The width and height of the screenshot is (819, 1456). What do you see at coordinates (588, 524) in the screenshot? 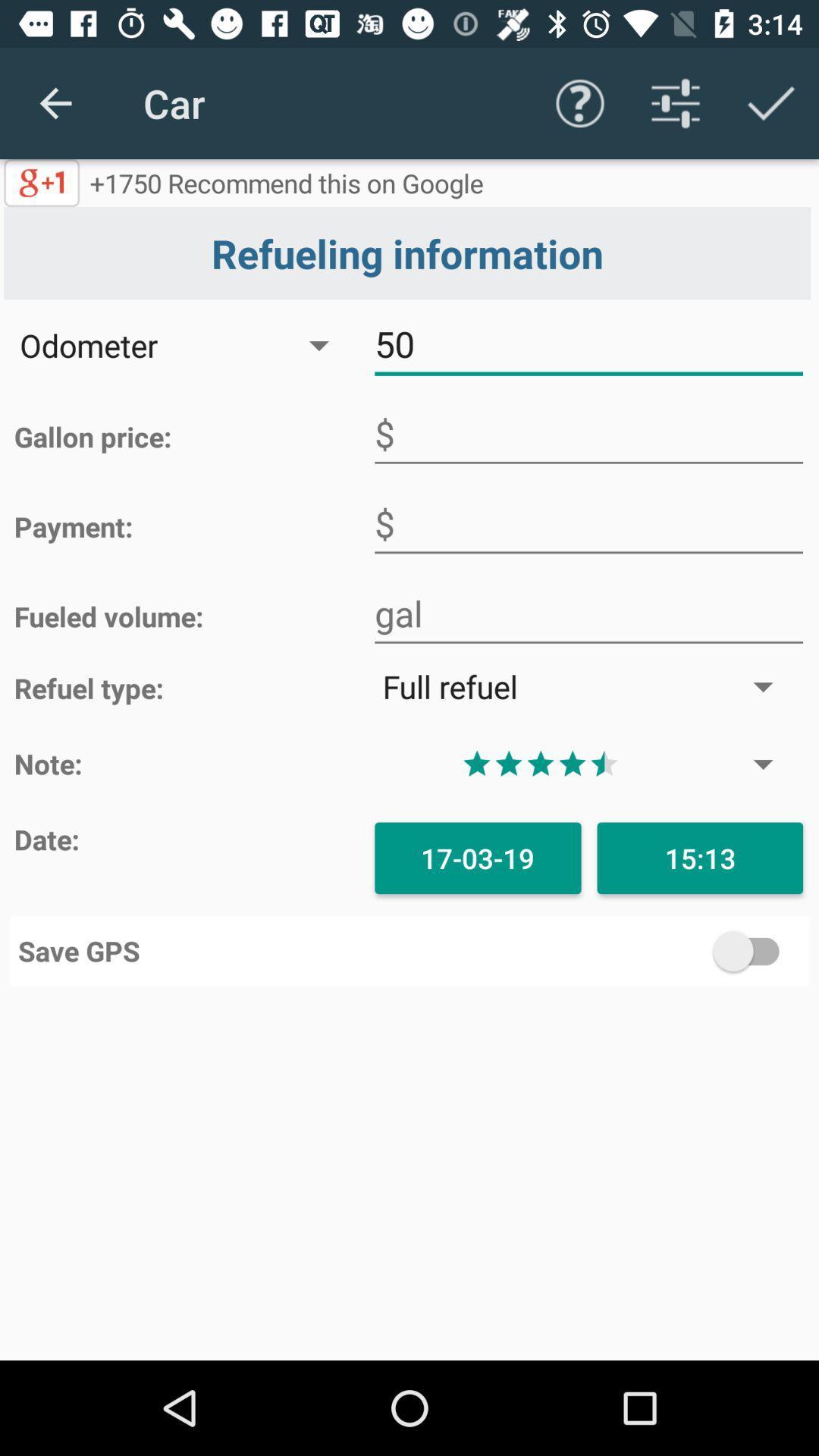
I see `answer` at bounding box center [588, 524].